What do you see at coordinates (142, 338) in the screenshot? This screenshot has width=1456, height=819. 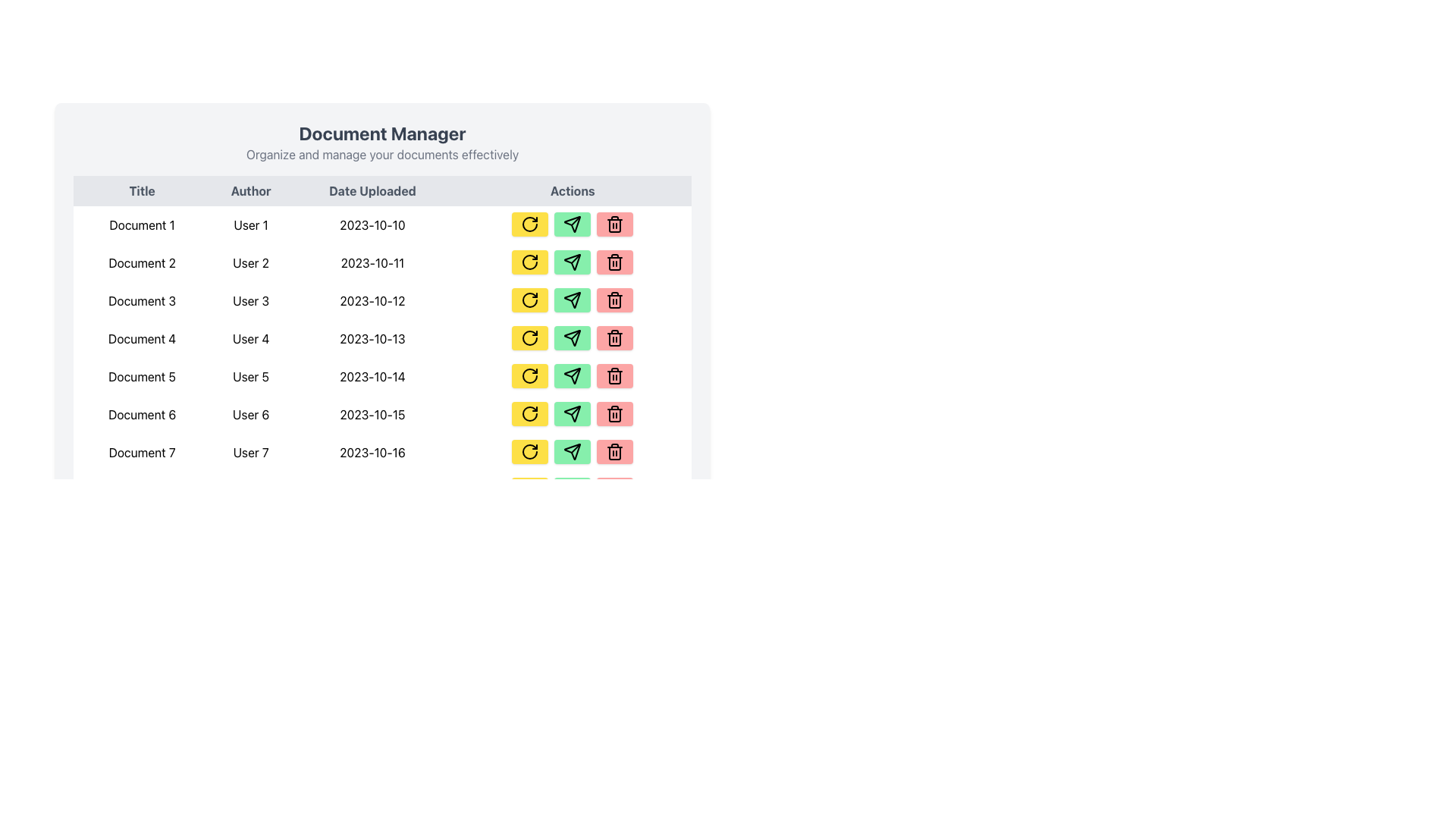 I see `the document title displayed in the first column, fourth row of the table under the 'Title' header` at bounding box center [142, 338].